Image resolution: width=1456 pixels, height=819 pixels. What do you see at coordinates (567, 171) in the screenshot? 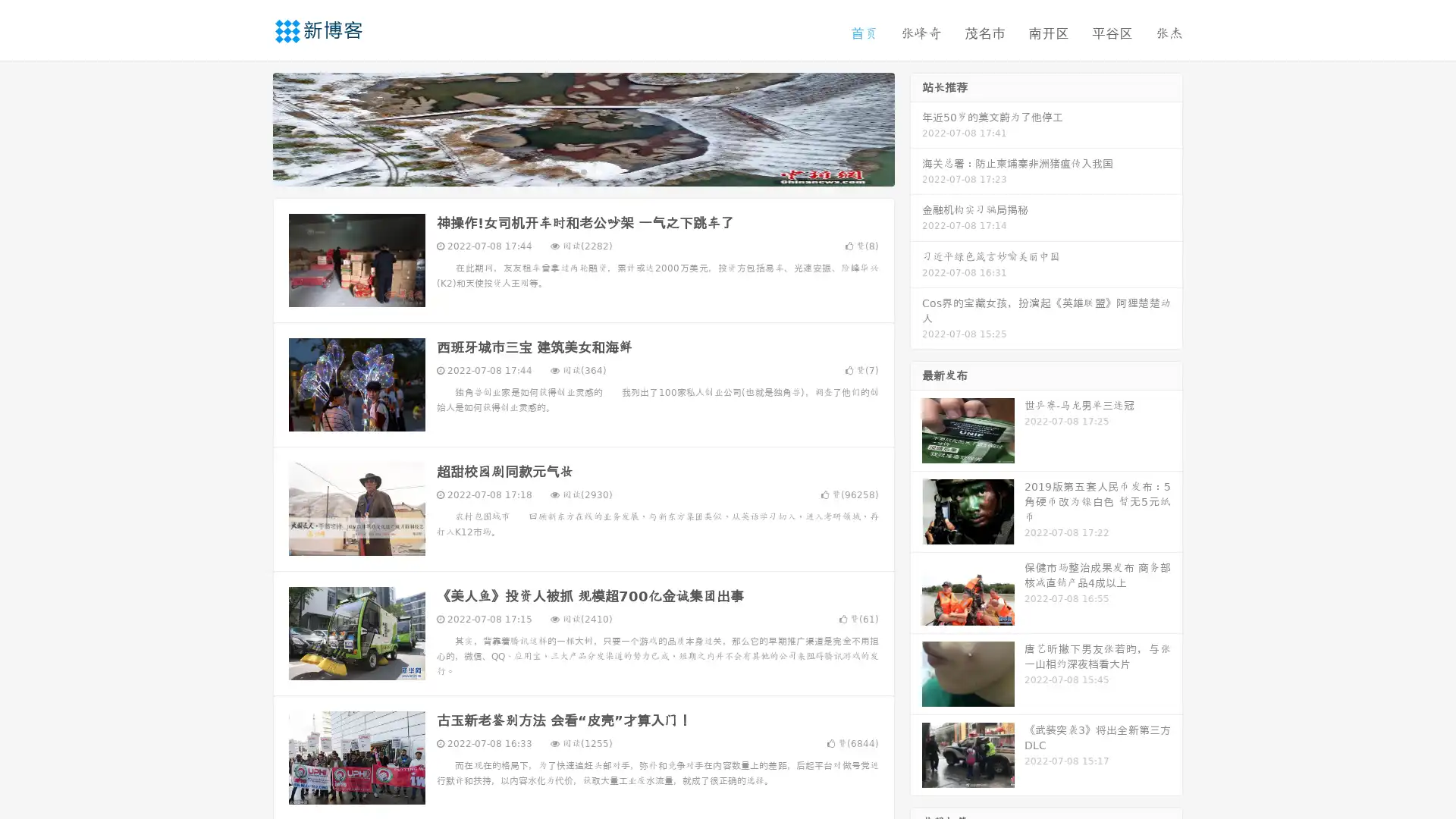
I see `Go to slide 1` at bounding box center [567, 171].